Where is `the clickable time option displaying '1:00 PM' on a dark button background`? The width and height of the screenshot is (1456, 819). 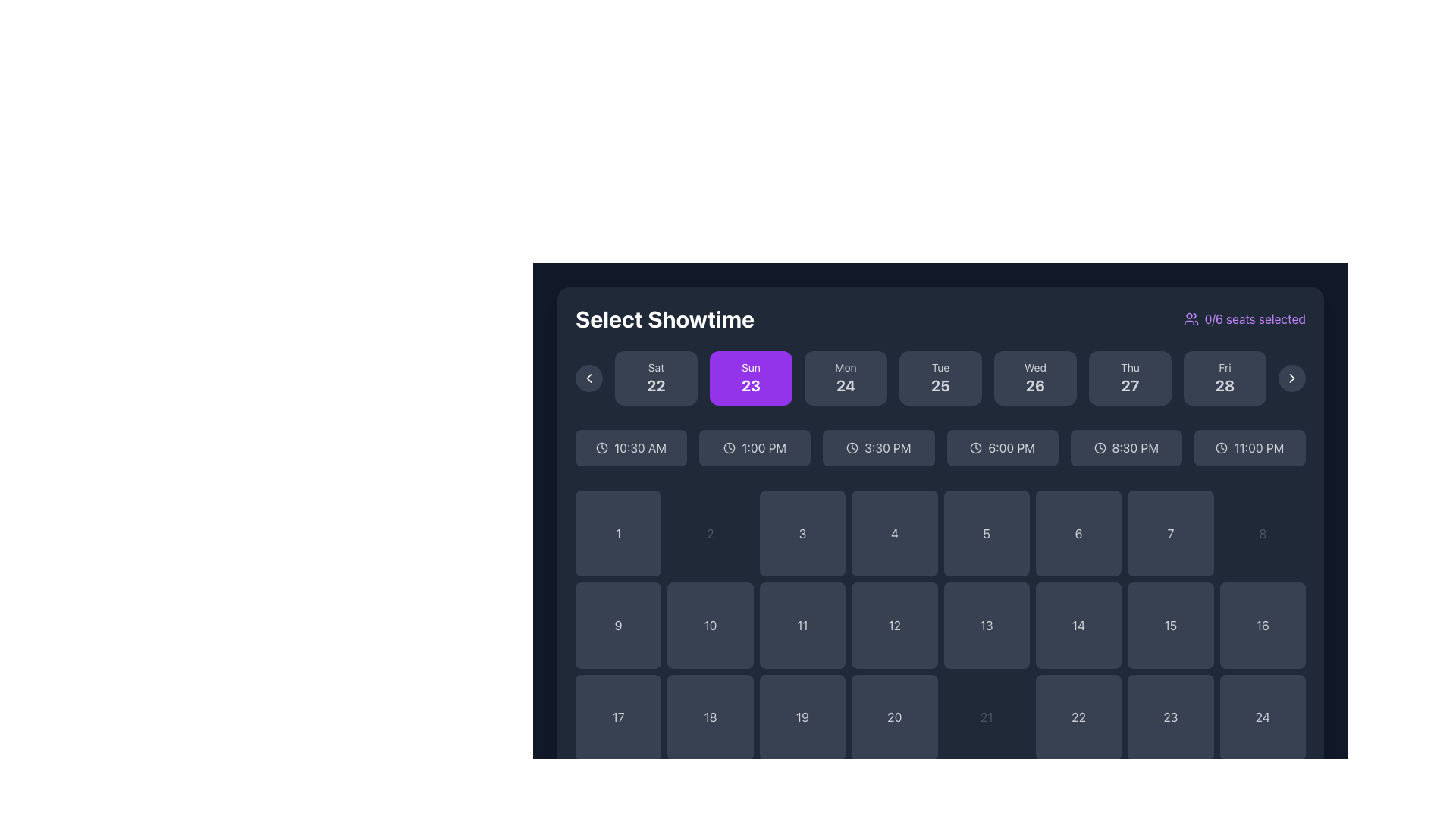 the clickable time option displaying '1:00 PM' on a dark button background is located at coordinates (764, 447).